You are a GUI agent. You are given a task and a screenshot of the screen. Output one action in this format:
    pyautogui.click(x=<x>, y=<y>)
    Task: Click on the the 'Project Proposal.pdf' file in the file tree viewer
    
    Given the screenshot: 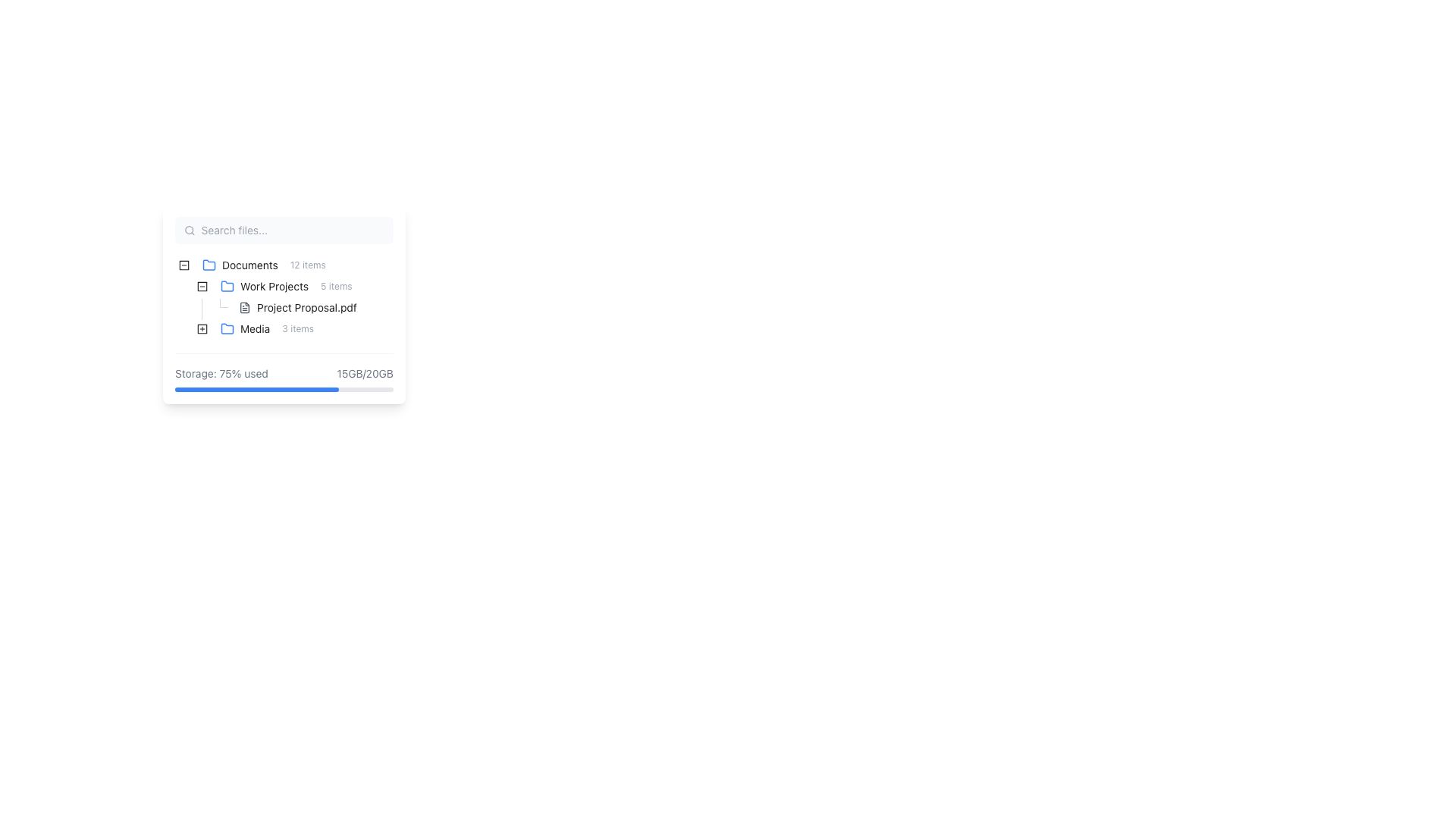 What is the action you would take?
    pyautogui.click(x=284, y=298)
    